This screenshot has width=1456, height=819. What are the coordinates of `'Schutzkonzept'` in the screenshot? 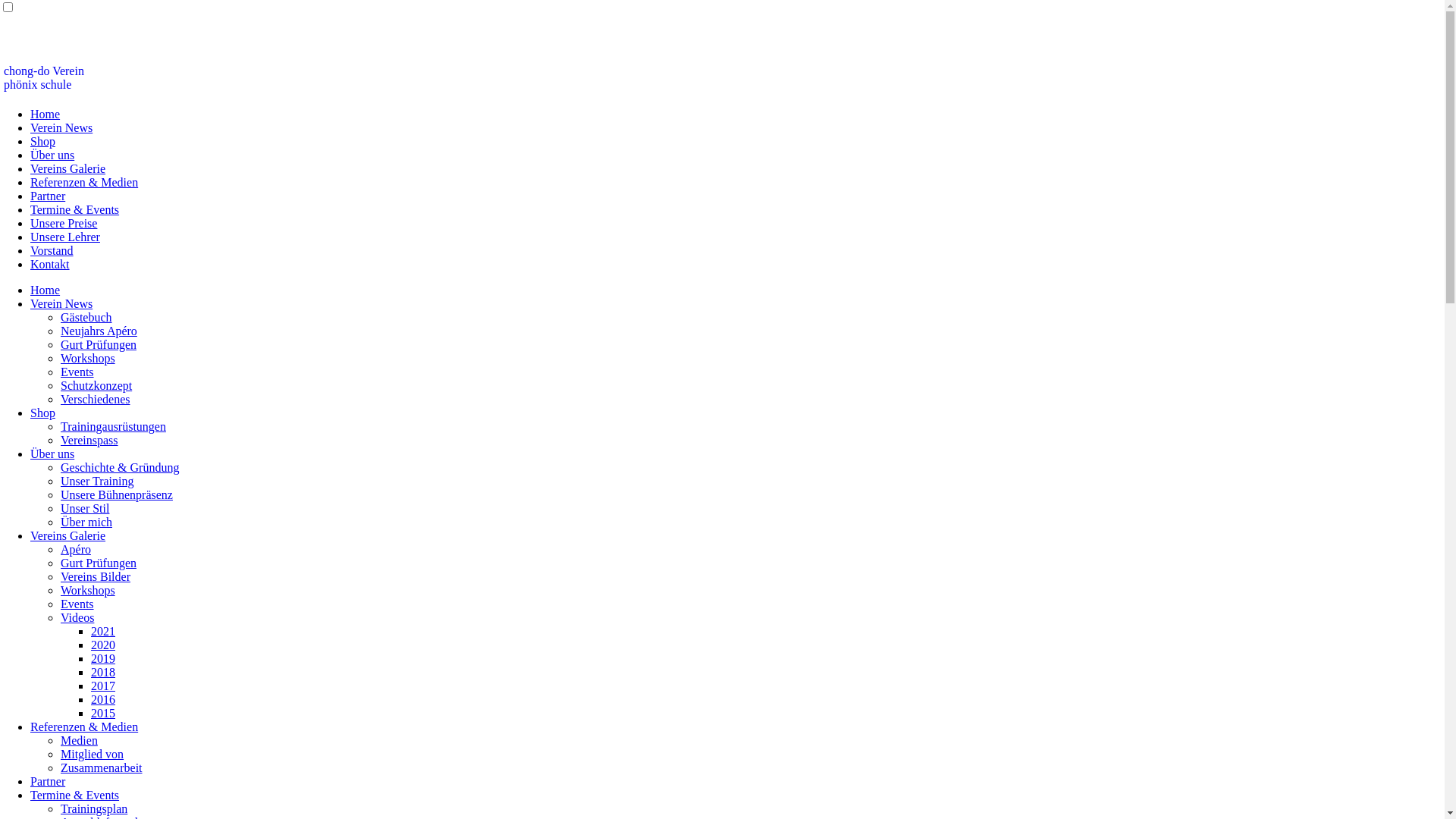 It's located at (95, 384).